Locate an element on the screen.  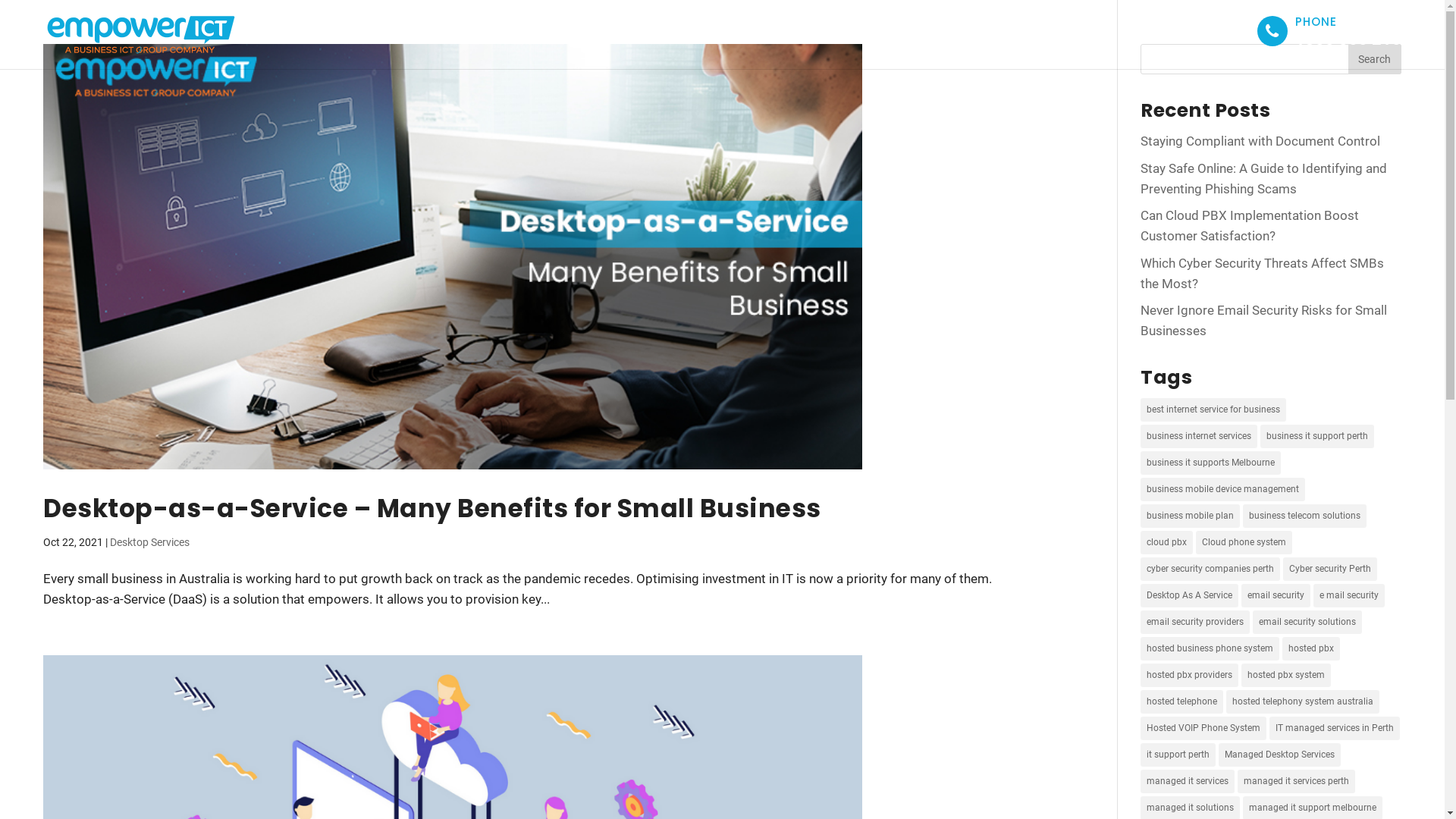
'1300 850 210' is located at coordinates (1348, 38).